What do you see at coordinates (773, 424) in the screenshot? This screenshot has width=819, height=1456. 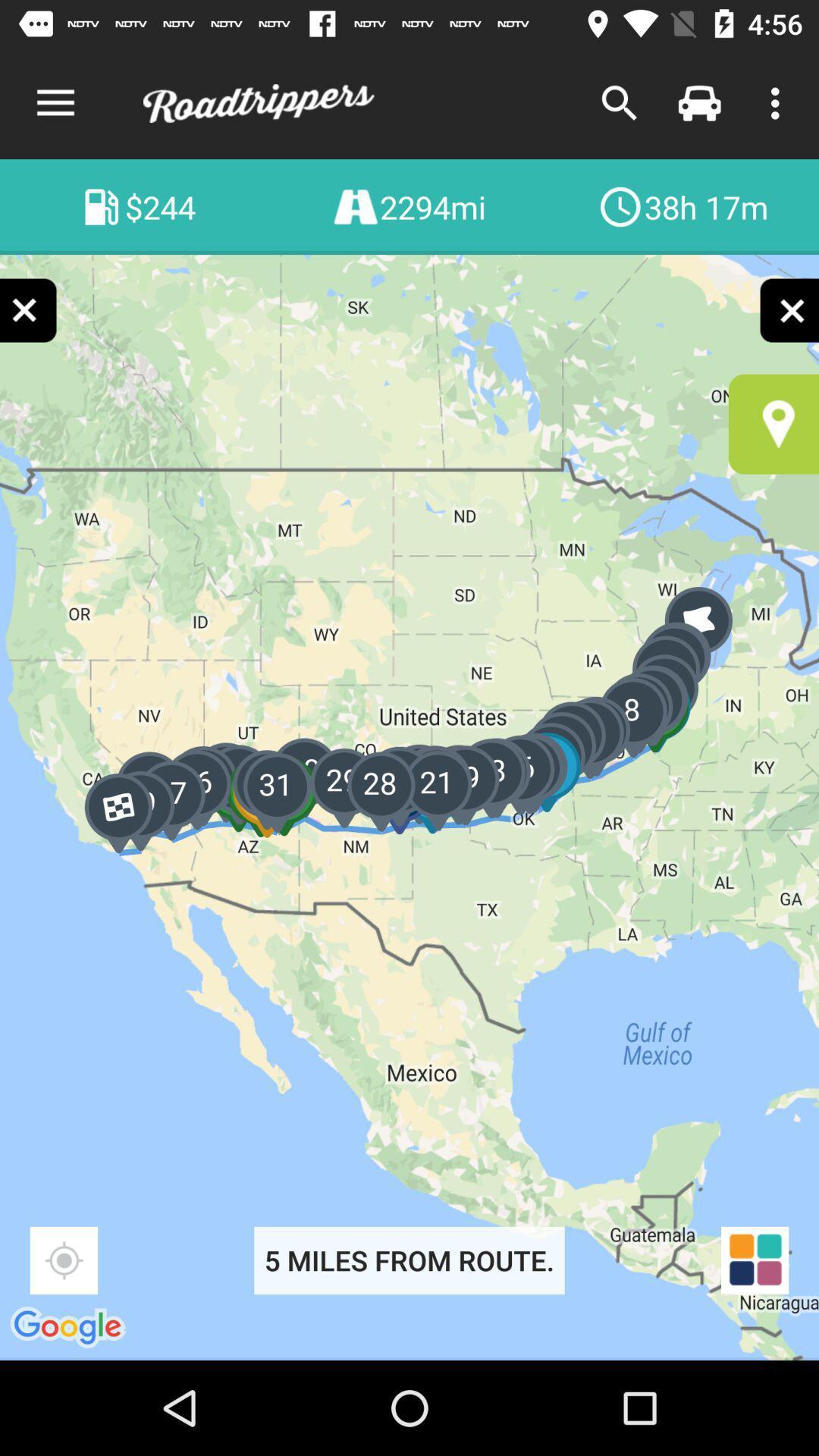 I see `the location icon` at bounding box center [773, 424].